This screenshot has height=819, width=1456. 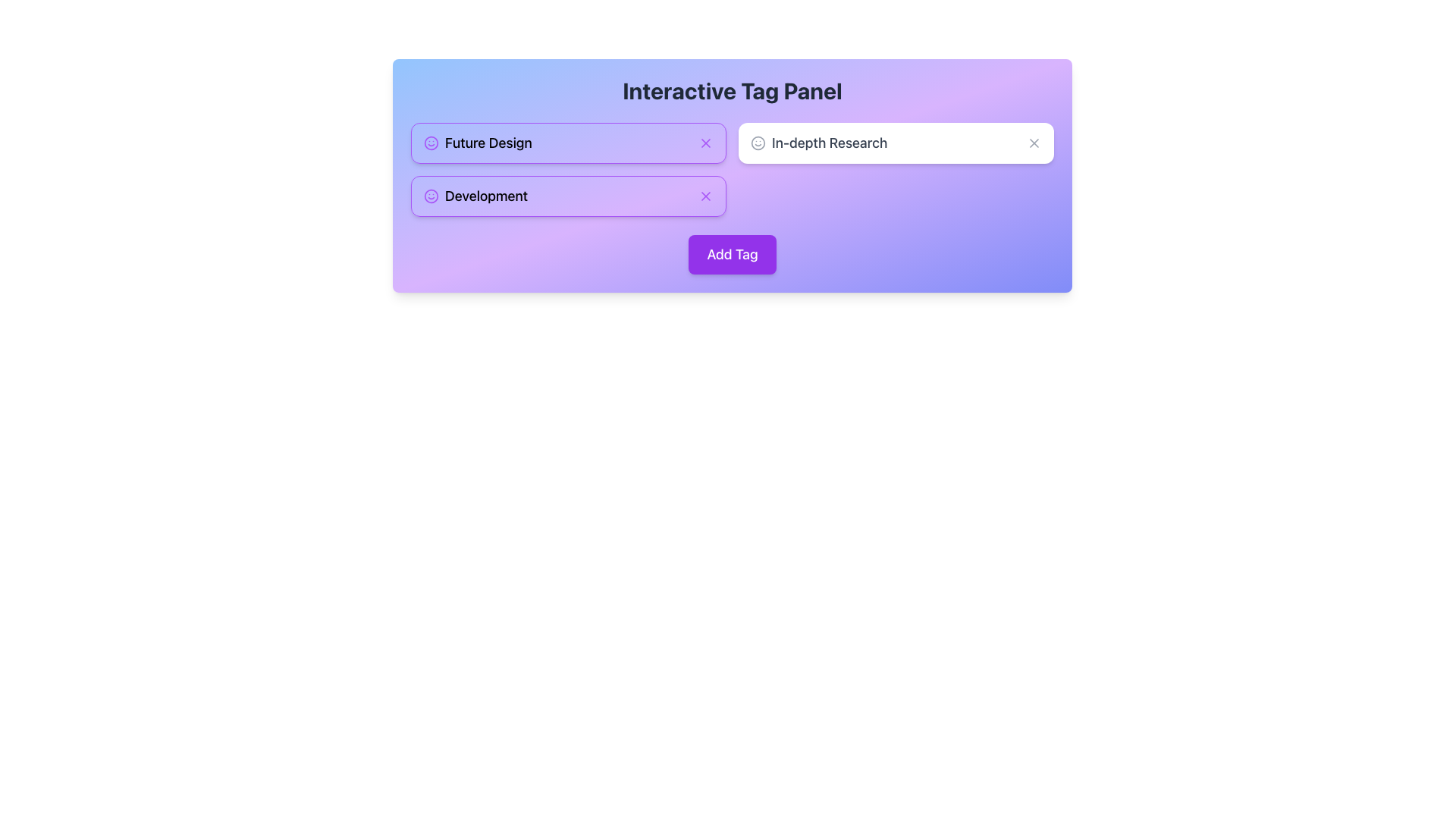 What do you see at coordinates (431, 195) in the screenshot?
I see `the circular boundary of the 'Development' icon which is part of an SVG graphic, located above the 'x' (close) button` at bounding box center [431, 195].